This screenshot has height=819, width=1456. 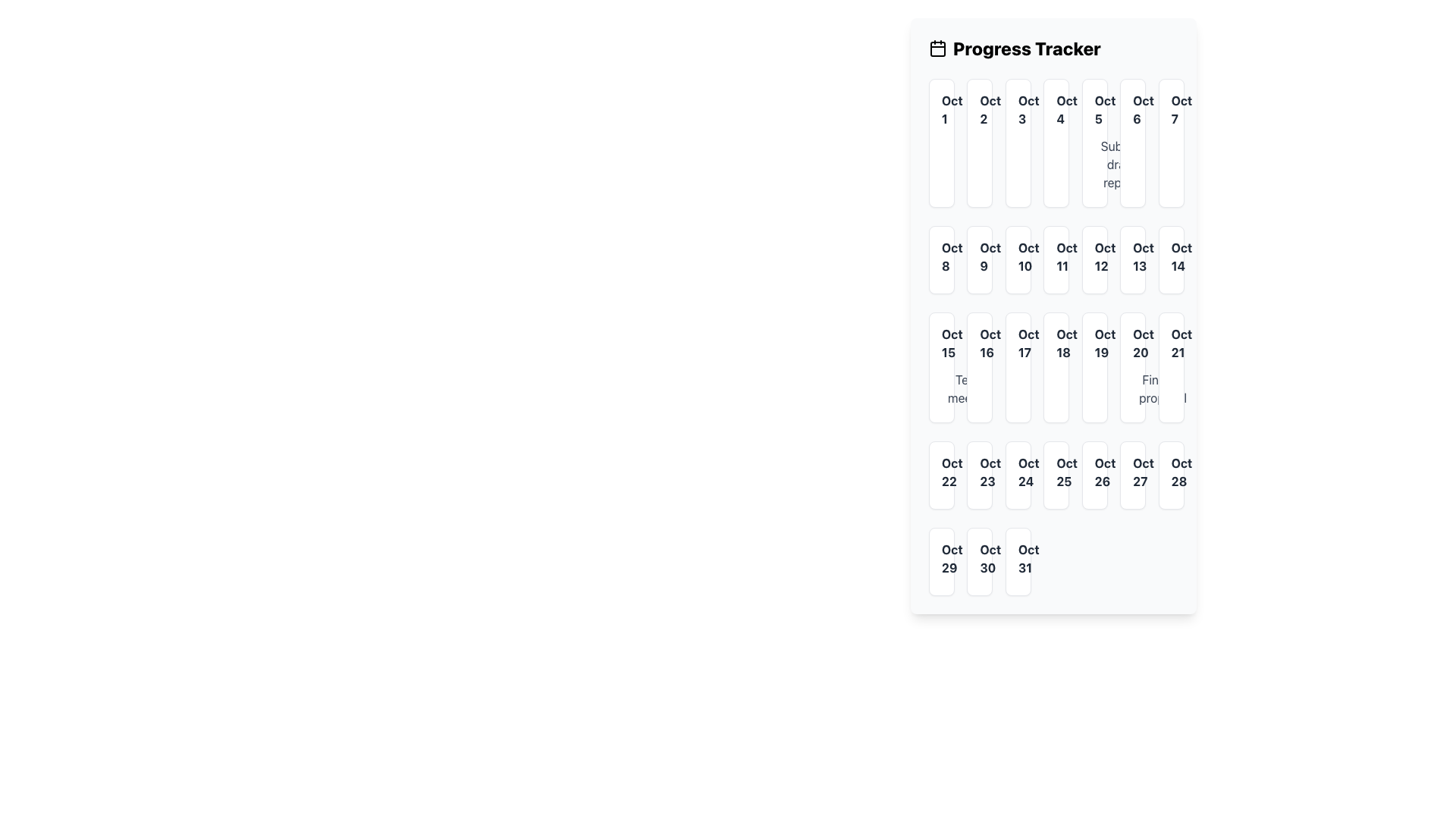 What do you see at coordinates (1056, 143) in the screenshot?
I see `the date block in the top center of the Progress Tracker calendar grid` at bounding box center [1056, 143].